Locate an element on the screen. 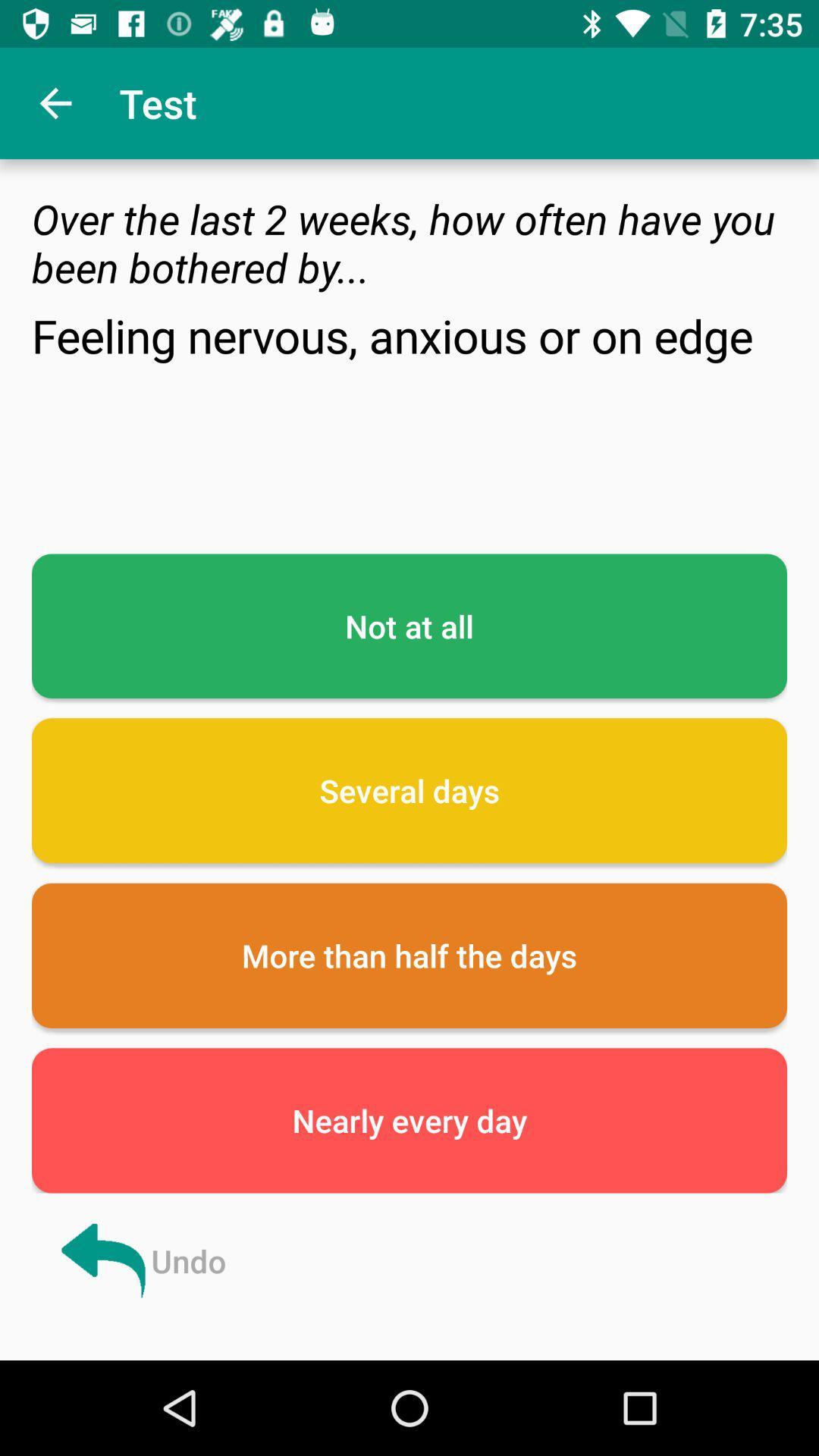  more than half icon is located at coordinates (409, 955).